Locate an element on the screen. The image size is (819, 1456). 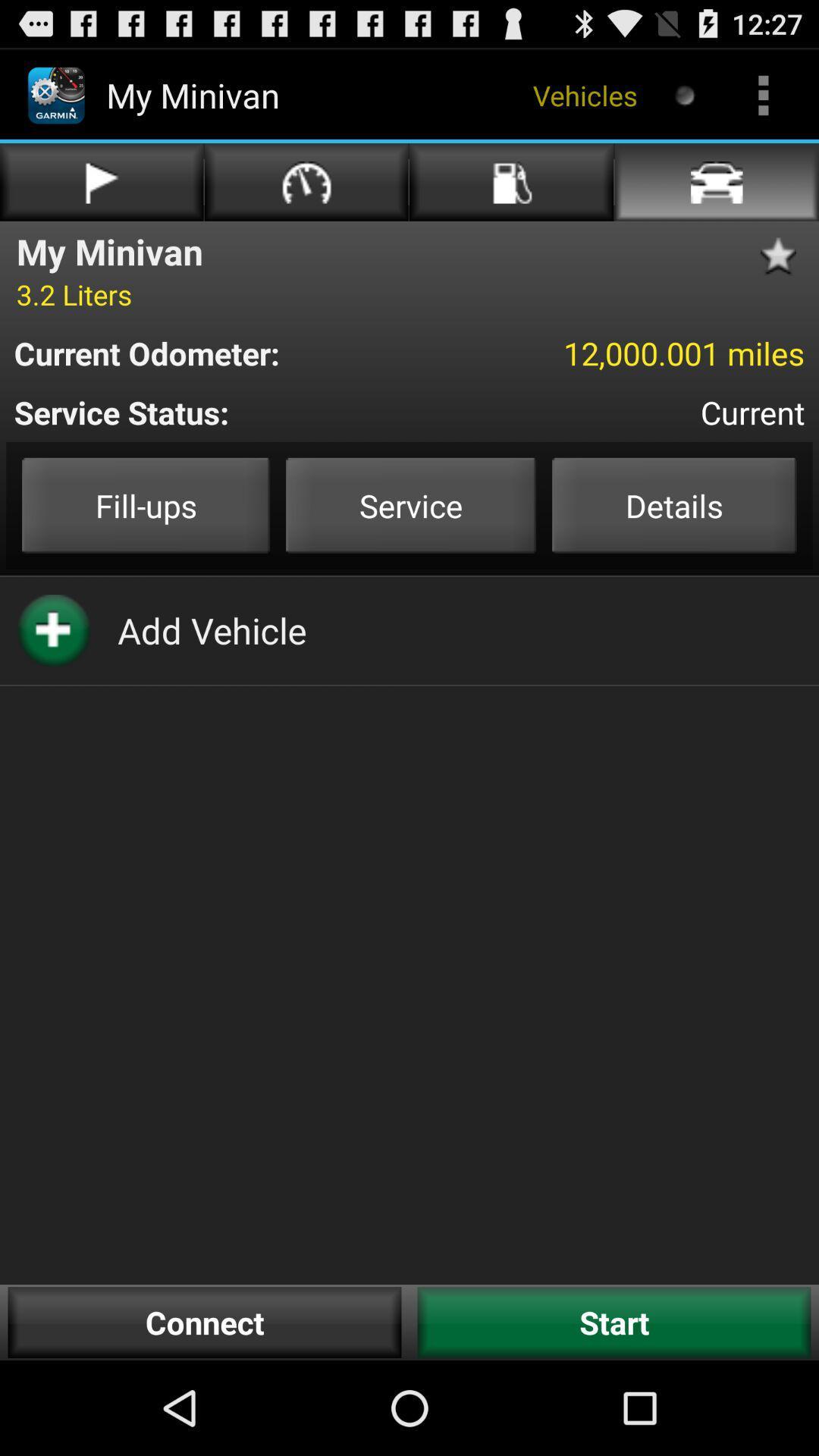
the app above the service status: app is located at coordinates (218, 352).